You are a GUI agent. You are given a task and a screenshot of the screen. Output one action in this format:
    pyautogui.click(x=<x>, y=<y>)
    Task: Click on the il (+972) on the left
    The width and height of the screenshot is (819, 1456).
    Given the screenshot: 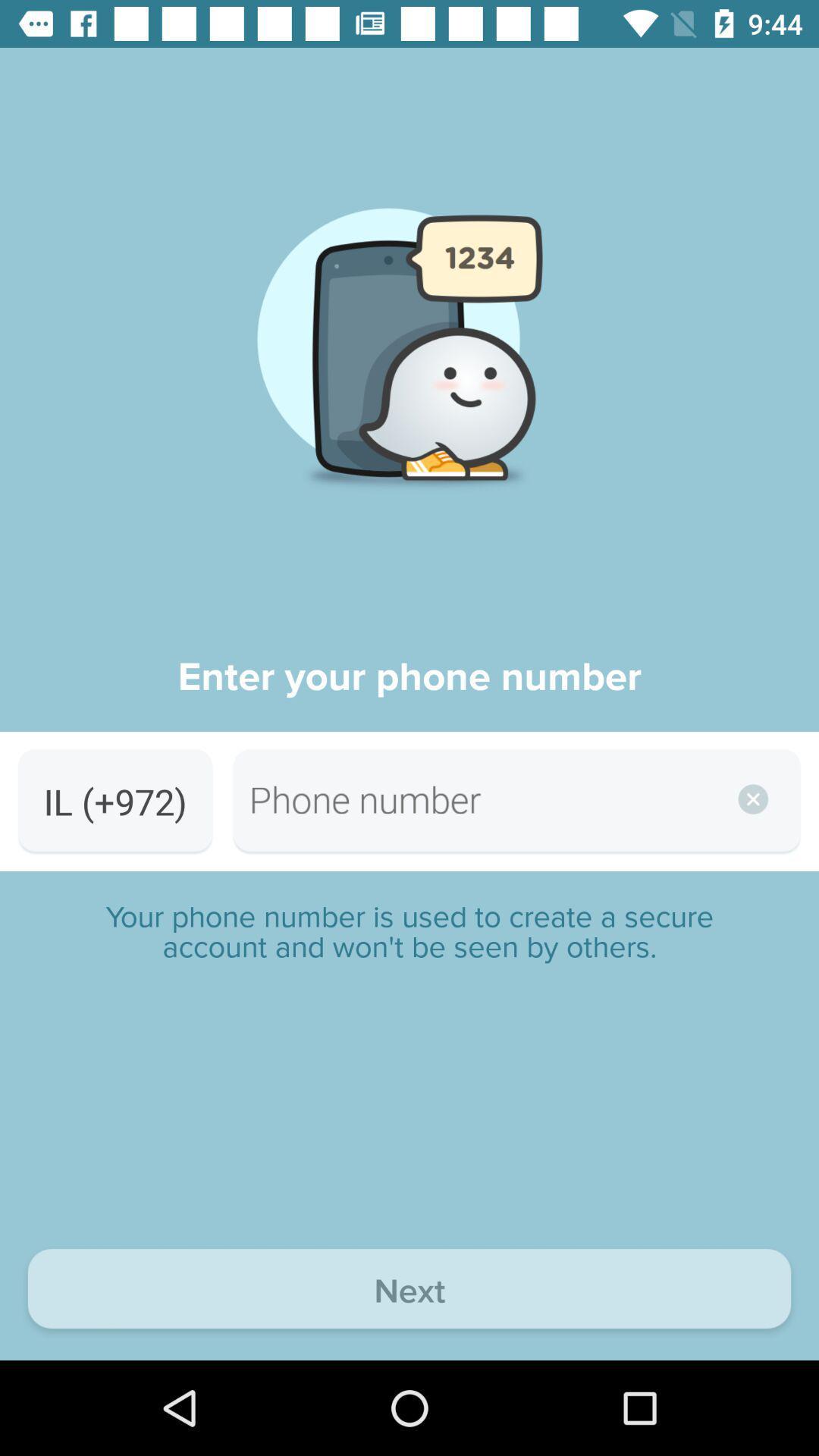 What is the action you would take?
    pyautogui.click(x=115, y=801)
    